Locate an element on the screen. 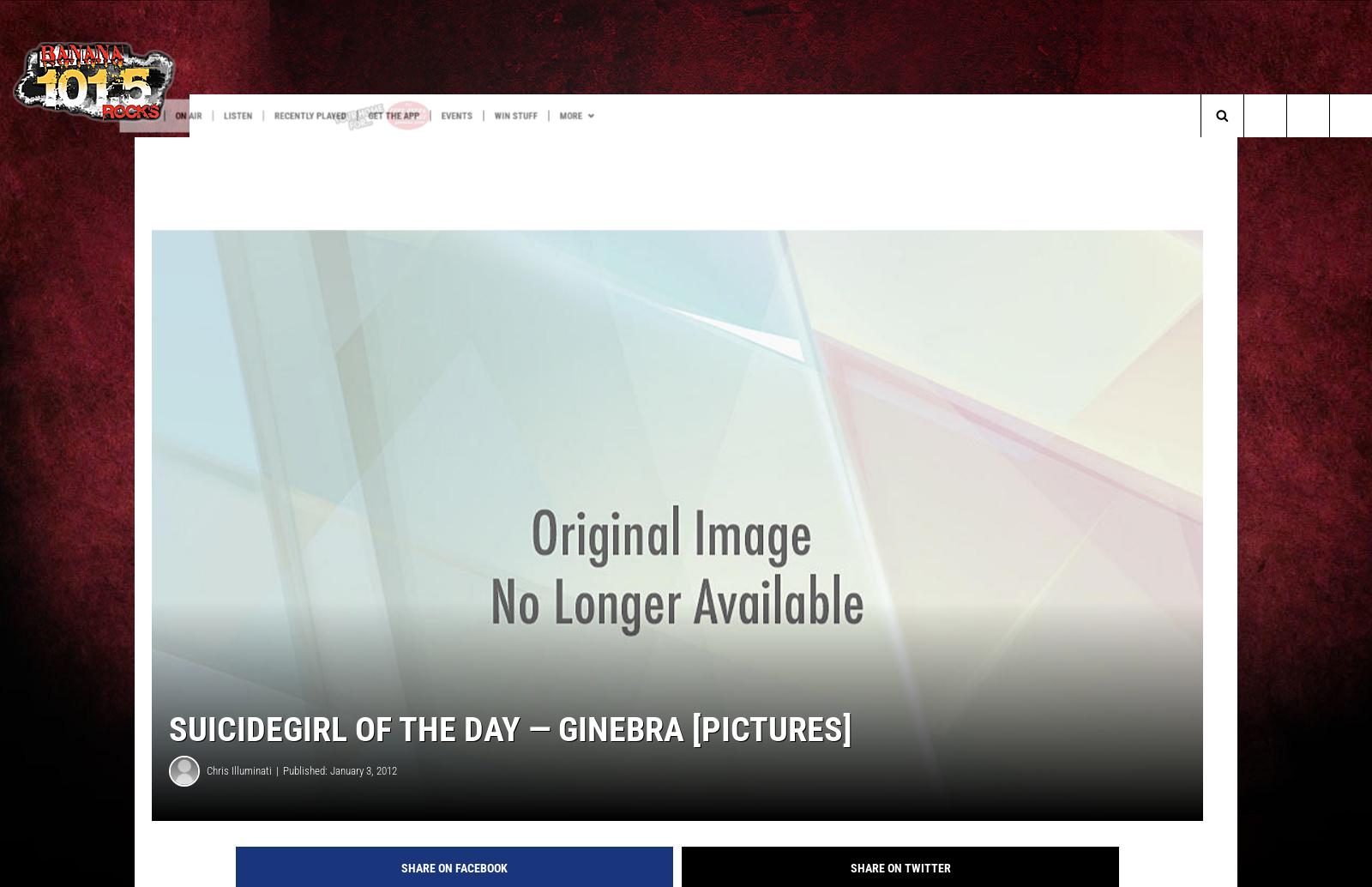 This screenshot has height=887, width=1372. 'Win Stuff' is located at coordinates (672, 116).